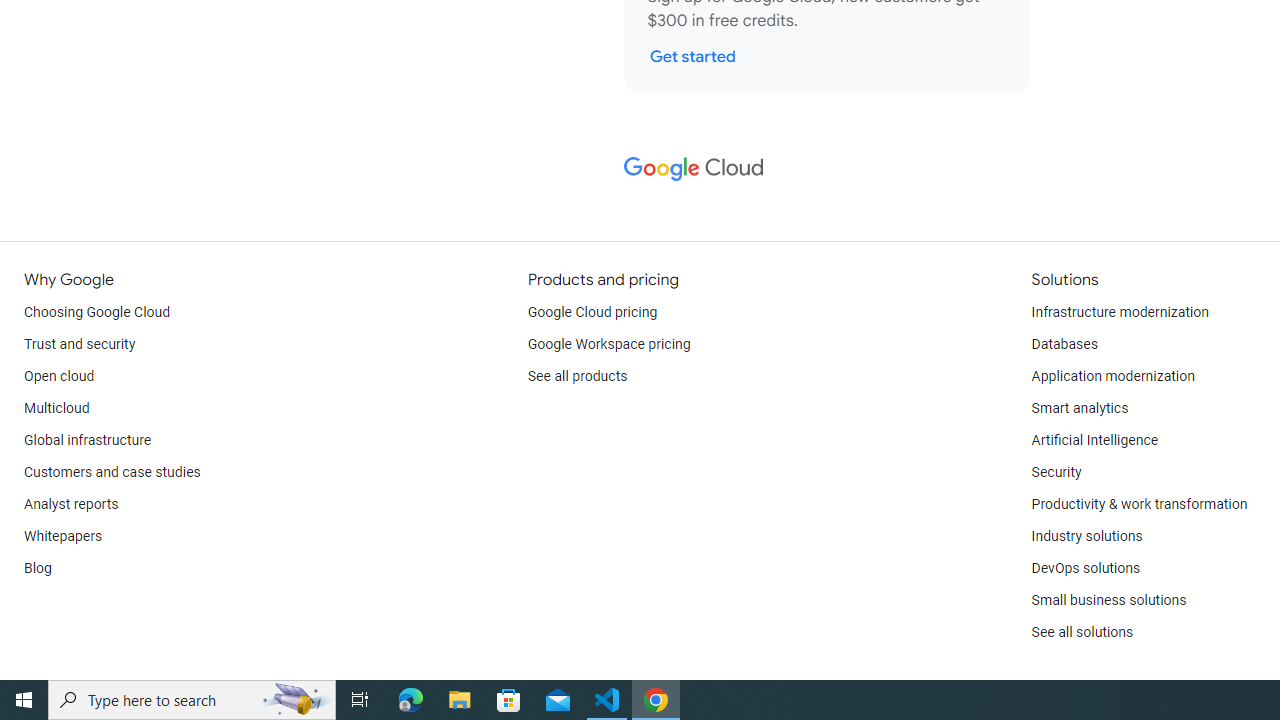 This screenshot has width=1280, height=720. I want to click on 'Customers and case studies', so click(111, 473).